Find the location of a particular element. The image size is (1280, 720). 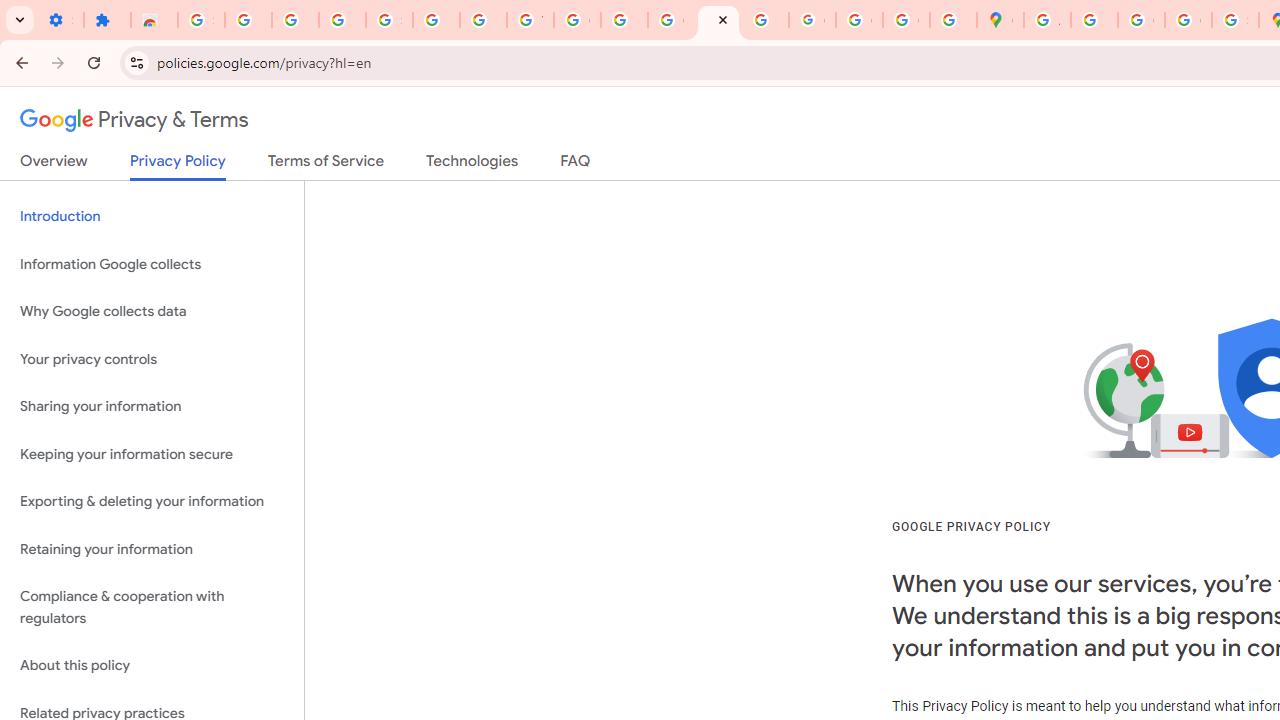

'Compliance & cooperation with regulators' is located at coordinates (151, 607).